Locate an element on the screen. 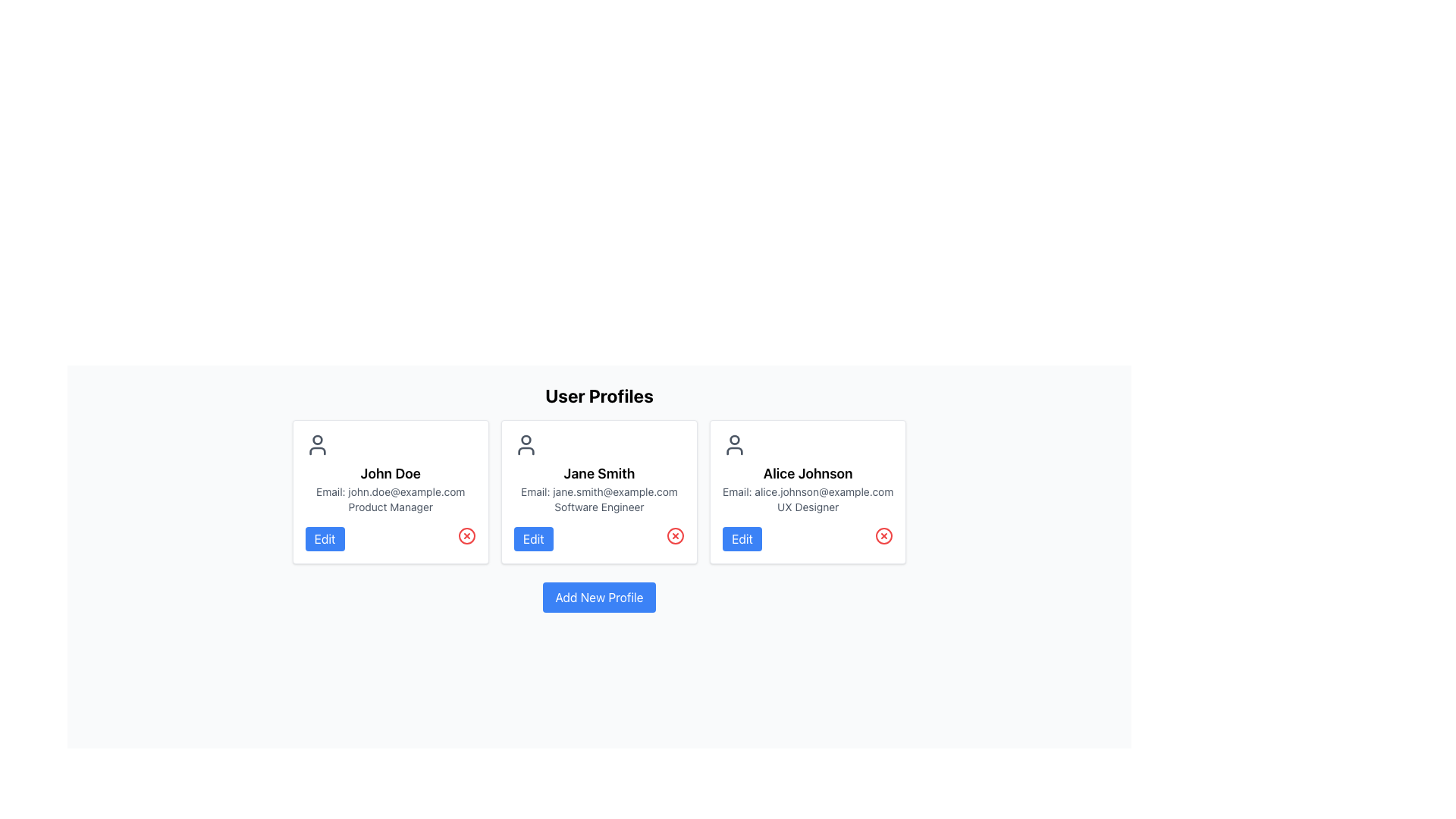 The height and width of the screenshot is (819, 1456). the circular graphic representing Jane Smith's avatar within the middle user profile card, which is centrally located in the larger outlined user icon is located at coordinates (526, 440).